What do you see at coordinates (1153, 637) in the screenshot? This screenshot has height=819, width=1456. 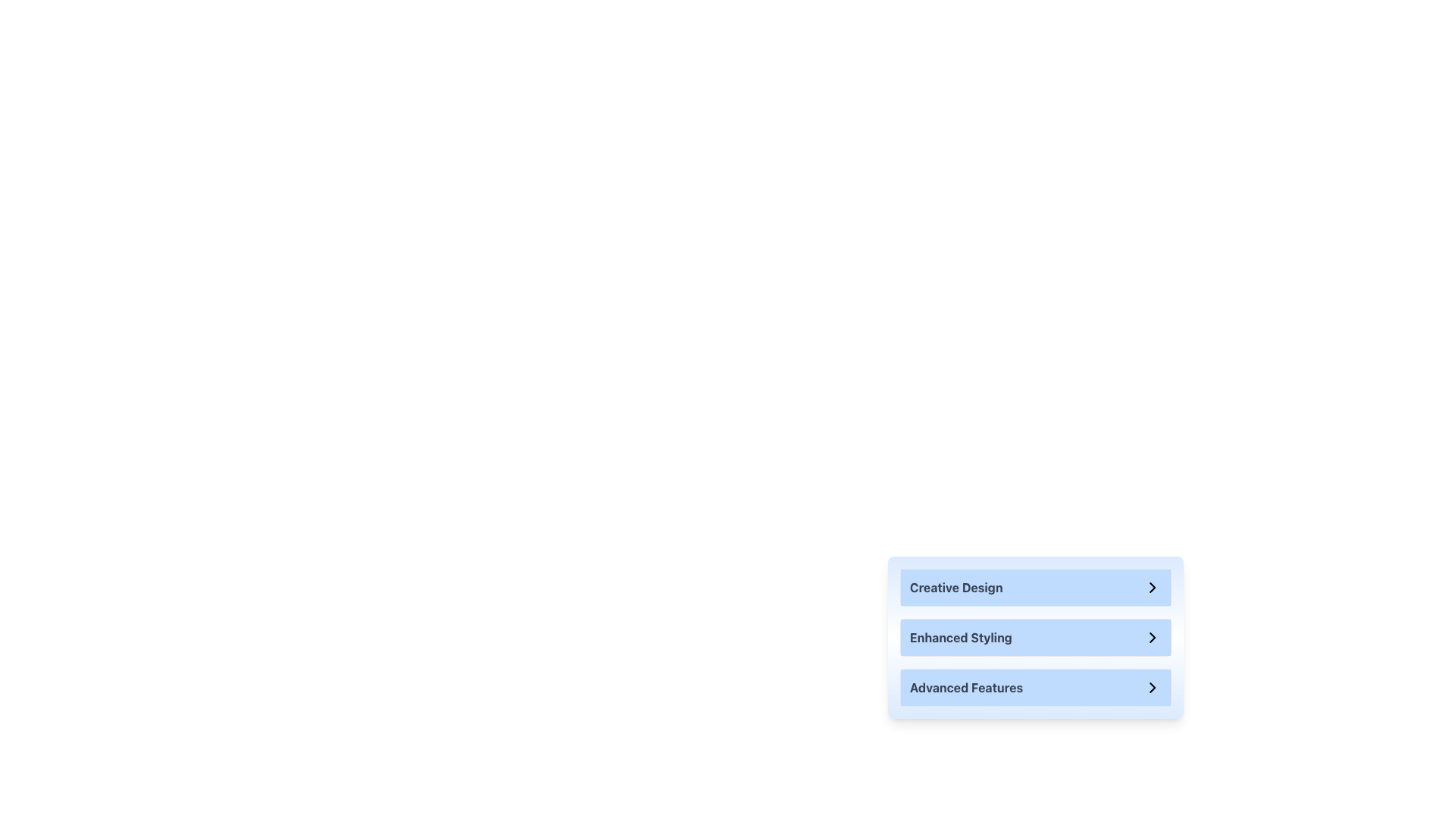 I see `the right-facing chevron icon located in the upper right corner of the 'Enhanced Styling' row` at bounding box center [1153, 637].